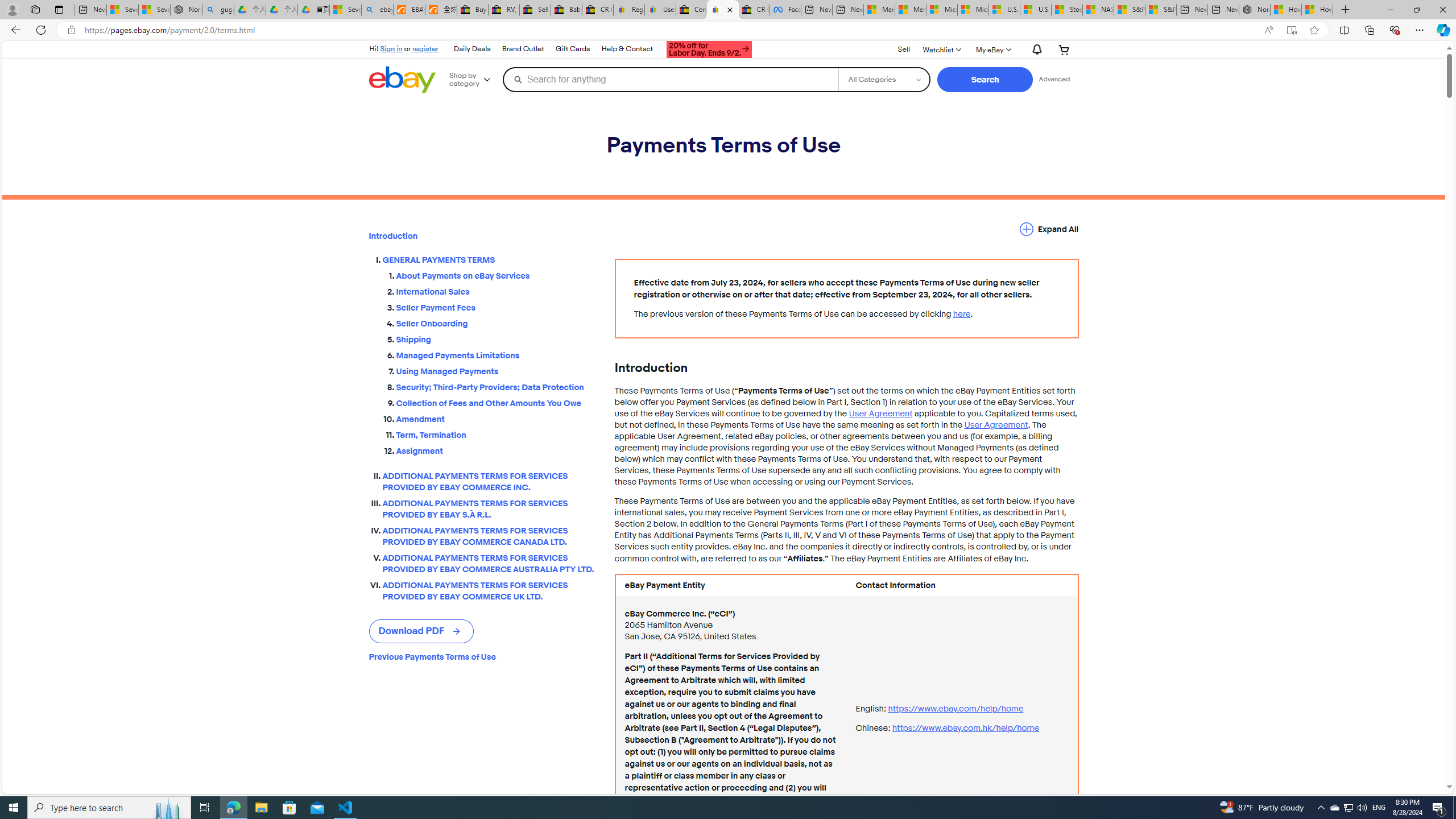 The width and height of the screenshot is (1456, 819). I want to click on 'AutomationID: gh-ti', so click(707, 48).